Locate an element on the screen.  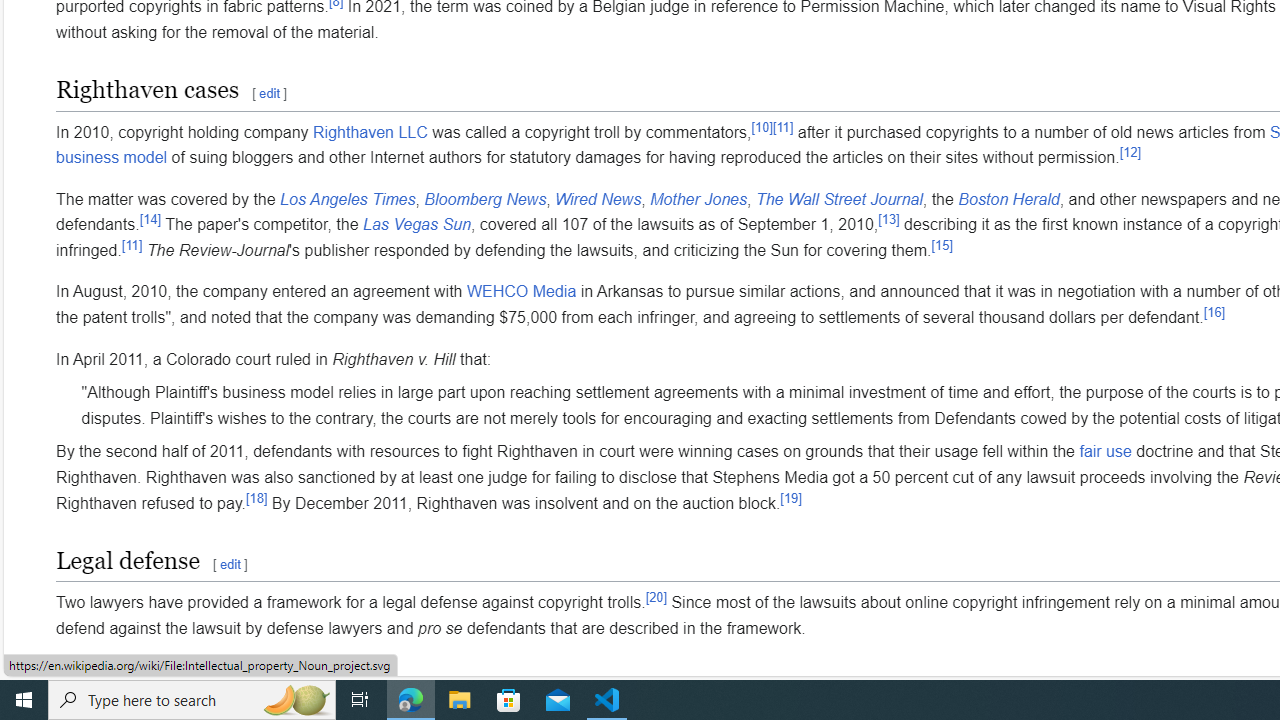
'Mother Jones' is located at coordinates (698, 199).